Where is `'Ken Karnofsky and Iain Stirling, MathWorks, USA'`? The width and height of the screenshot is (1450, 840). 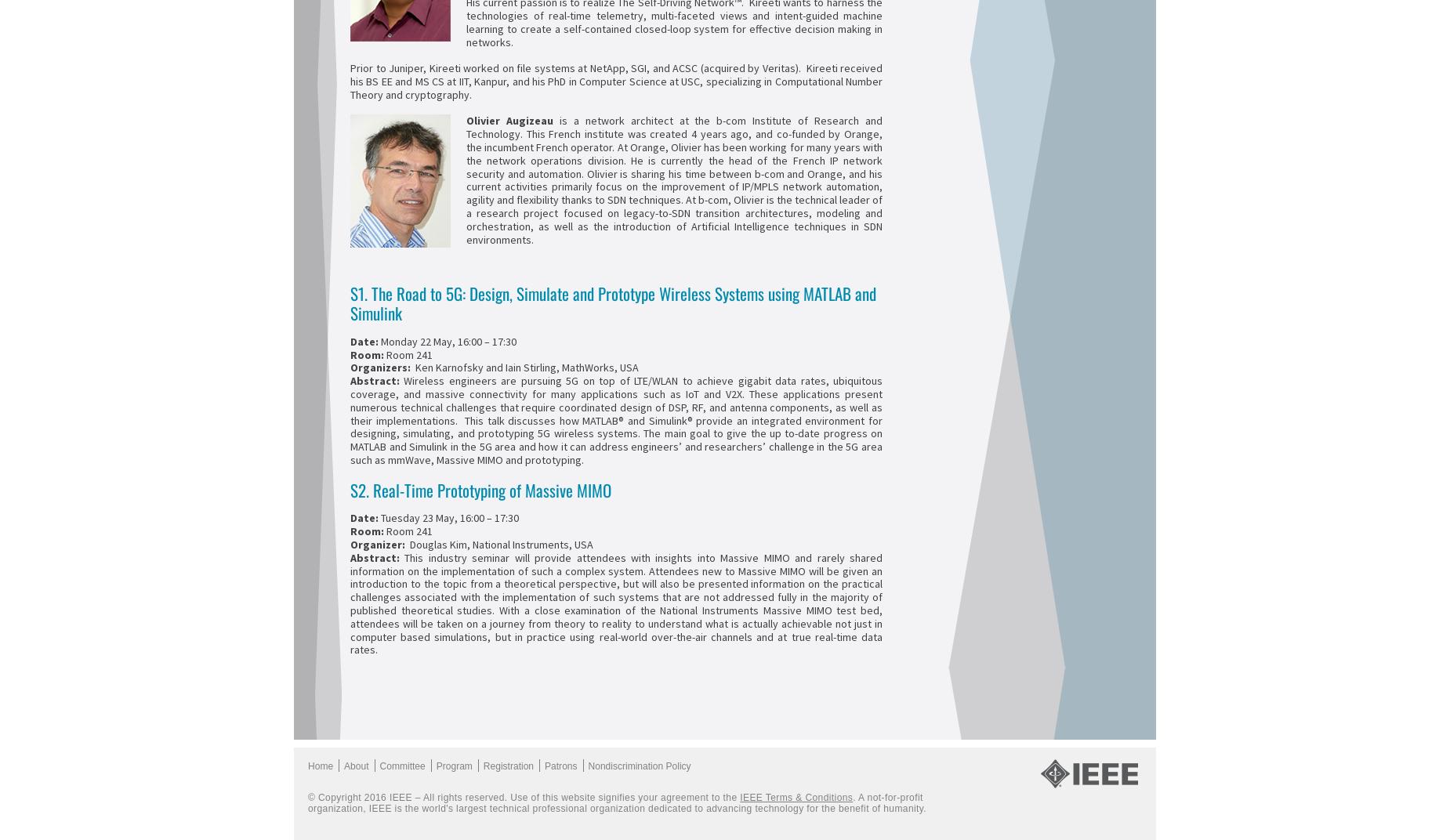
'Ken Karnofsky and Iain Stirling, MathWorks, USA' is located at coordinates (524, 367).